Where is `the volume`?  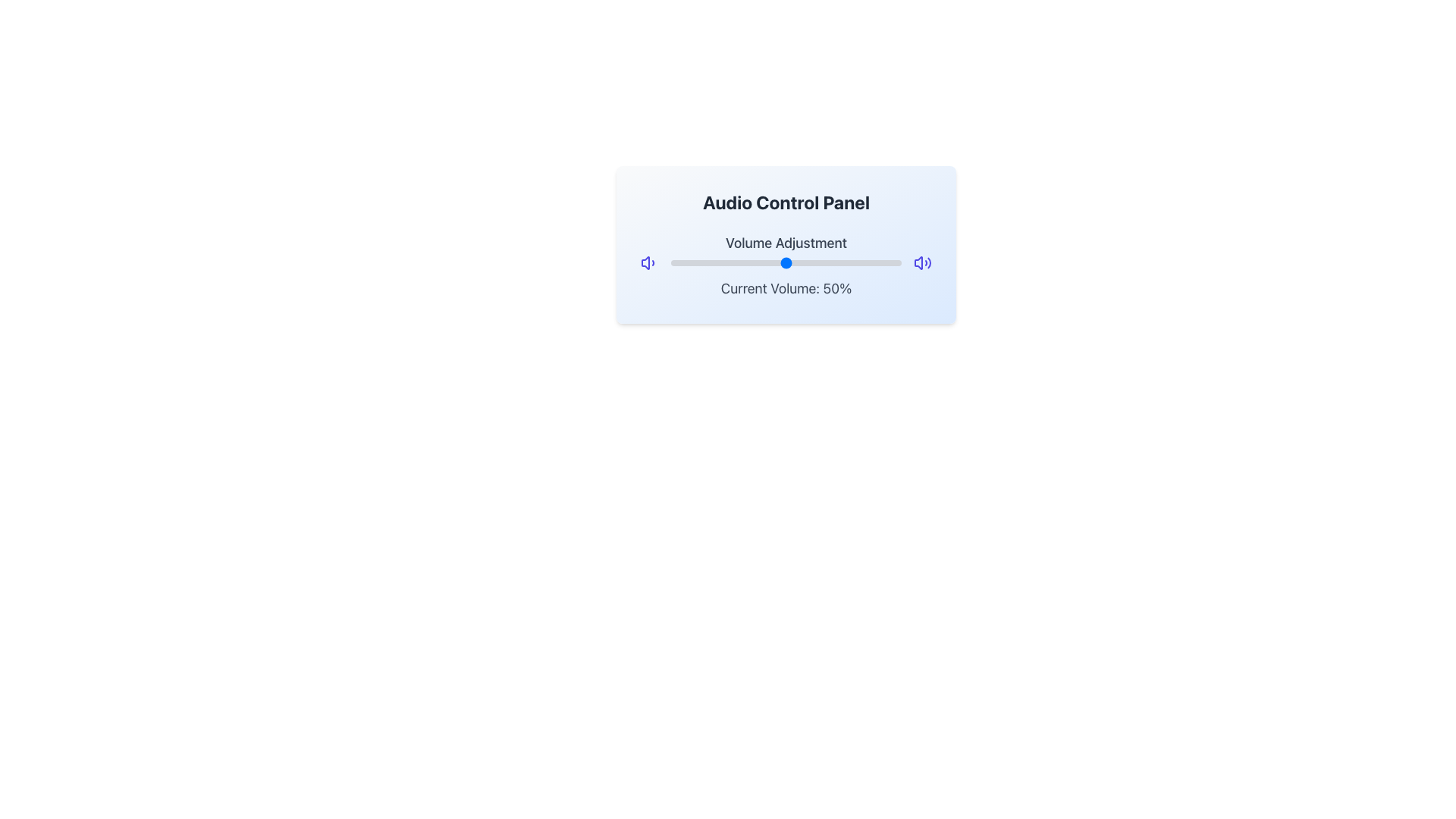
the volume is located at coordinates (789, 259).